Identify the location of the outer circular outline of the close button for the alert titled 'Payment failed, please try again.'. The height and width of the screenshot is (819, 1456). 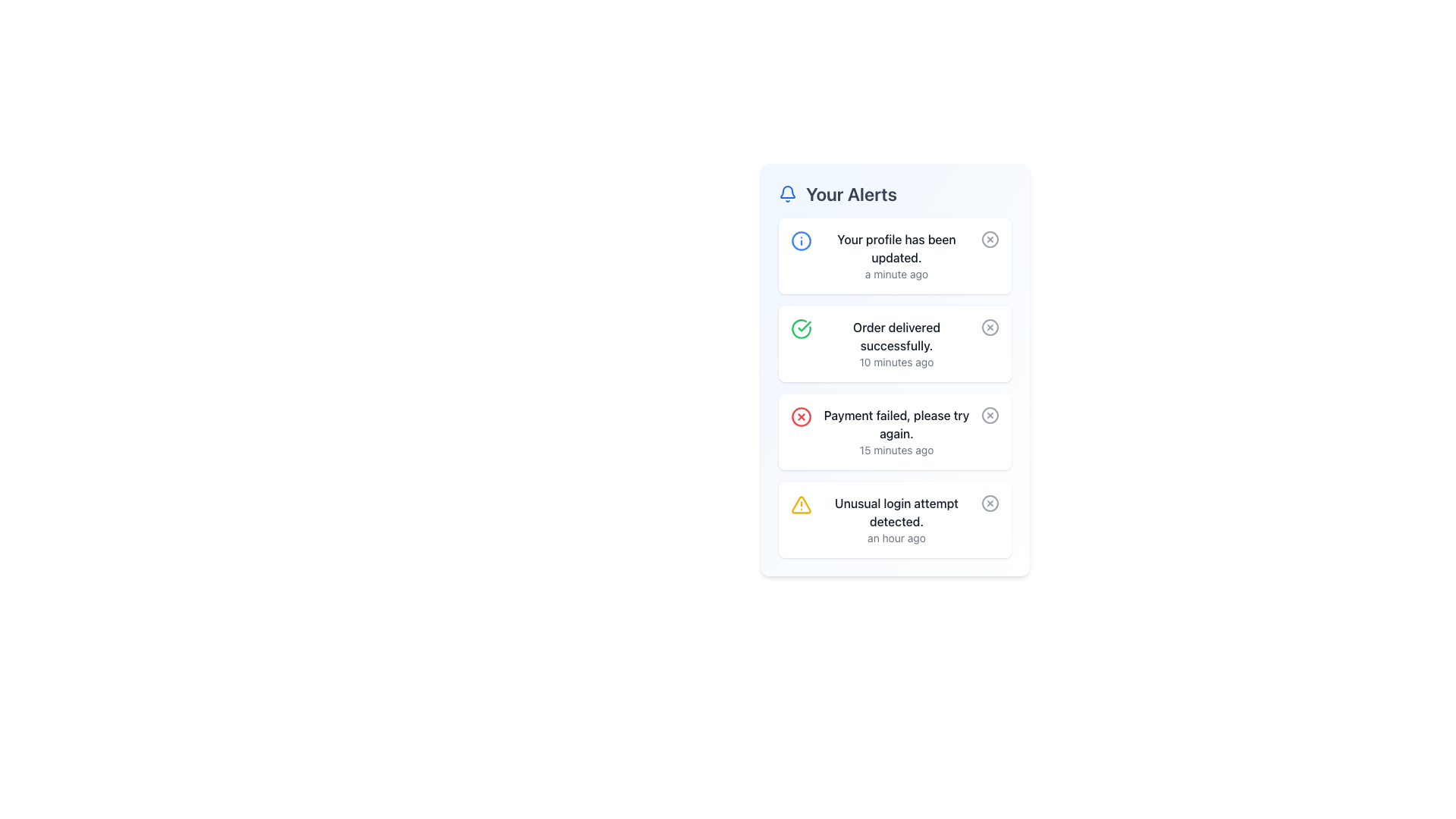
(990, 415).